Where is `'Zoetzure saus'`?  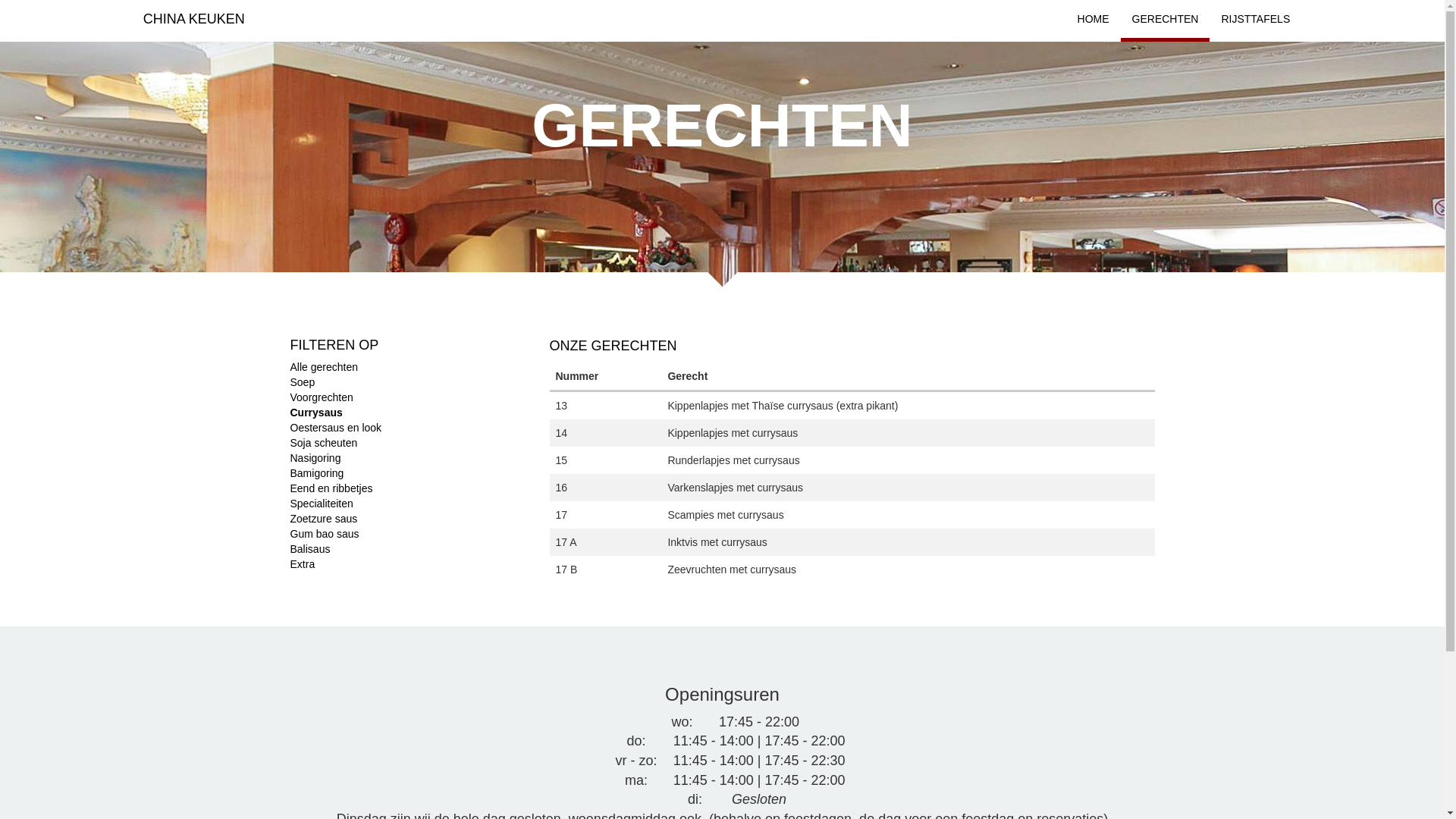 'Zoetzure saus' is located at coordinates (322, 517).